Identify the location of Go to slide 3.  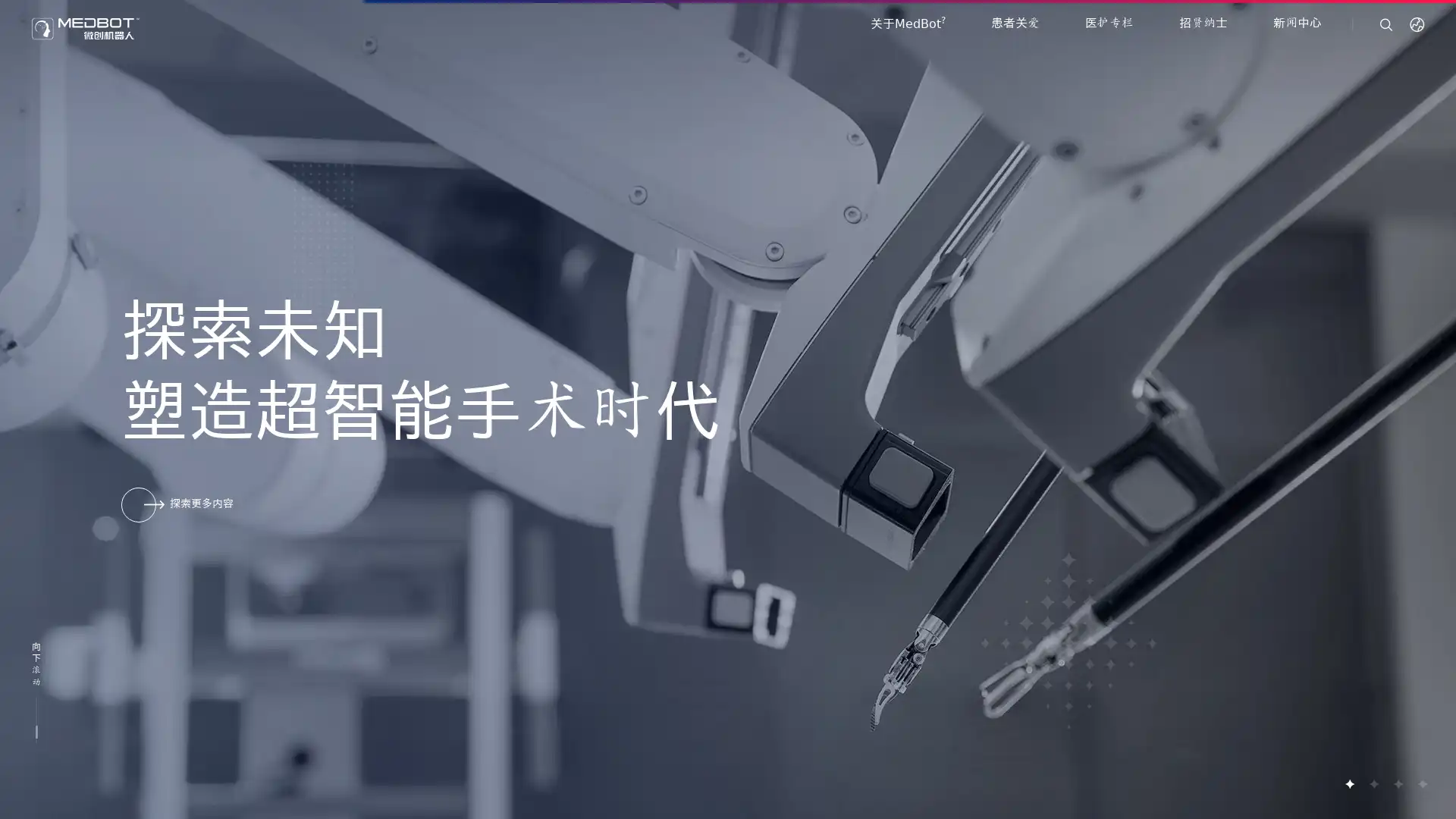
(1397, 783).